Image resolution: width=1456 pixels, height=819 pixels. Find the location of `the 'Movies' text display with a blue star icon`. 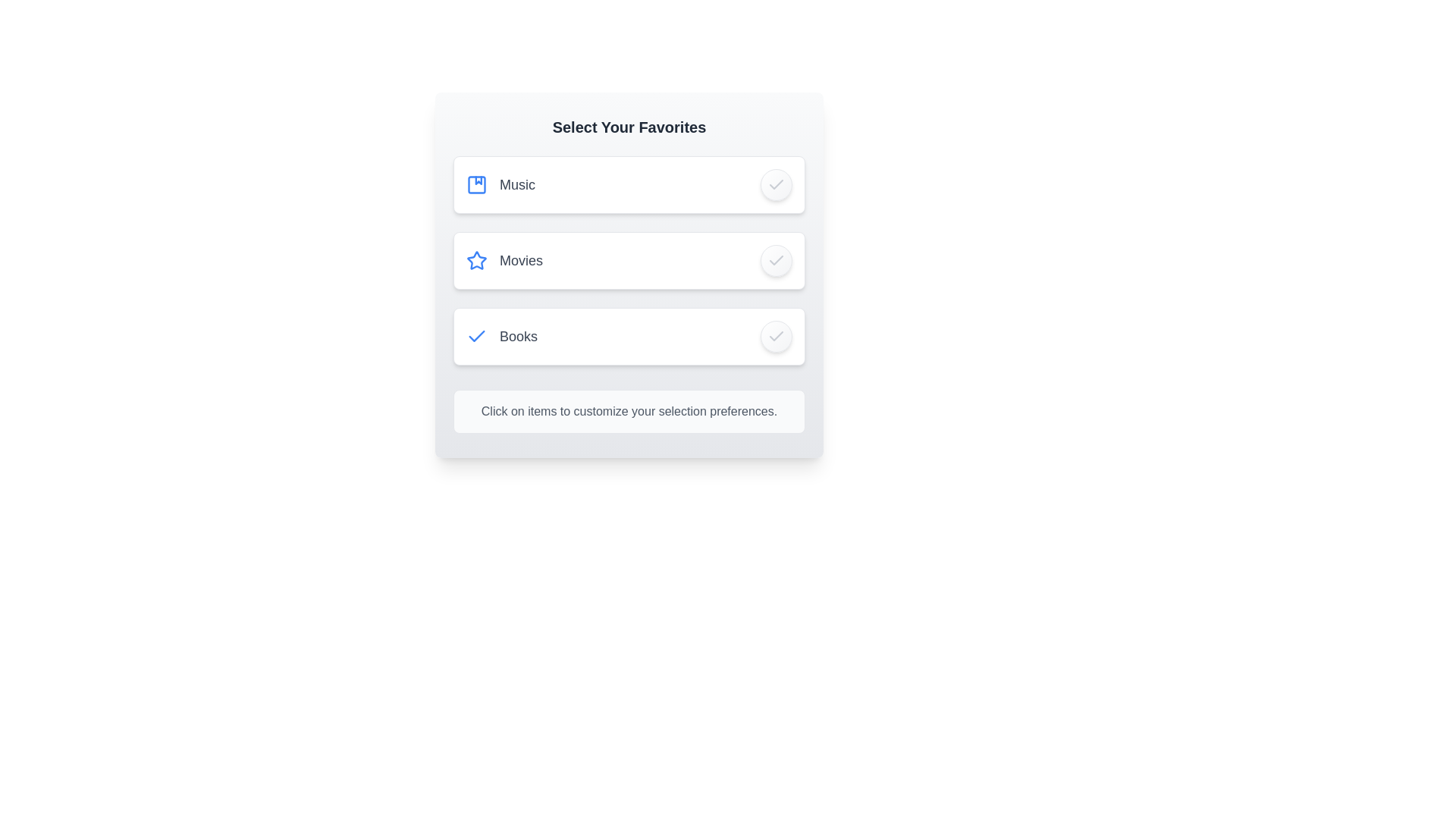

the 'Movies' text display with a blue star icon is located at coordinates (504, 259).